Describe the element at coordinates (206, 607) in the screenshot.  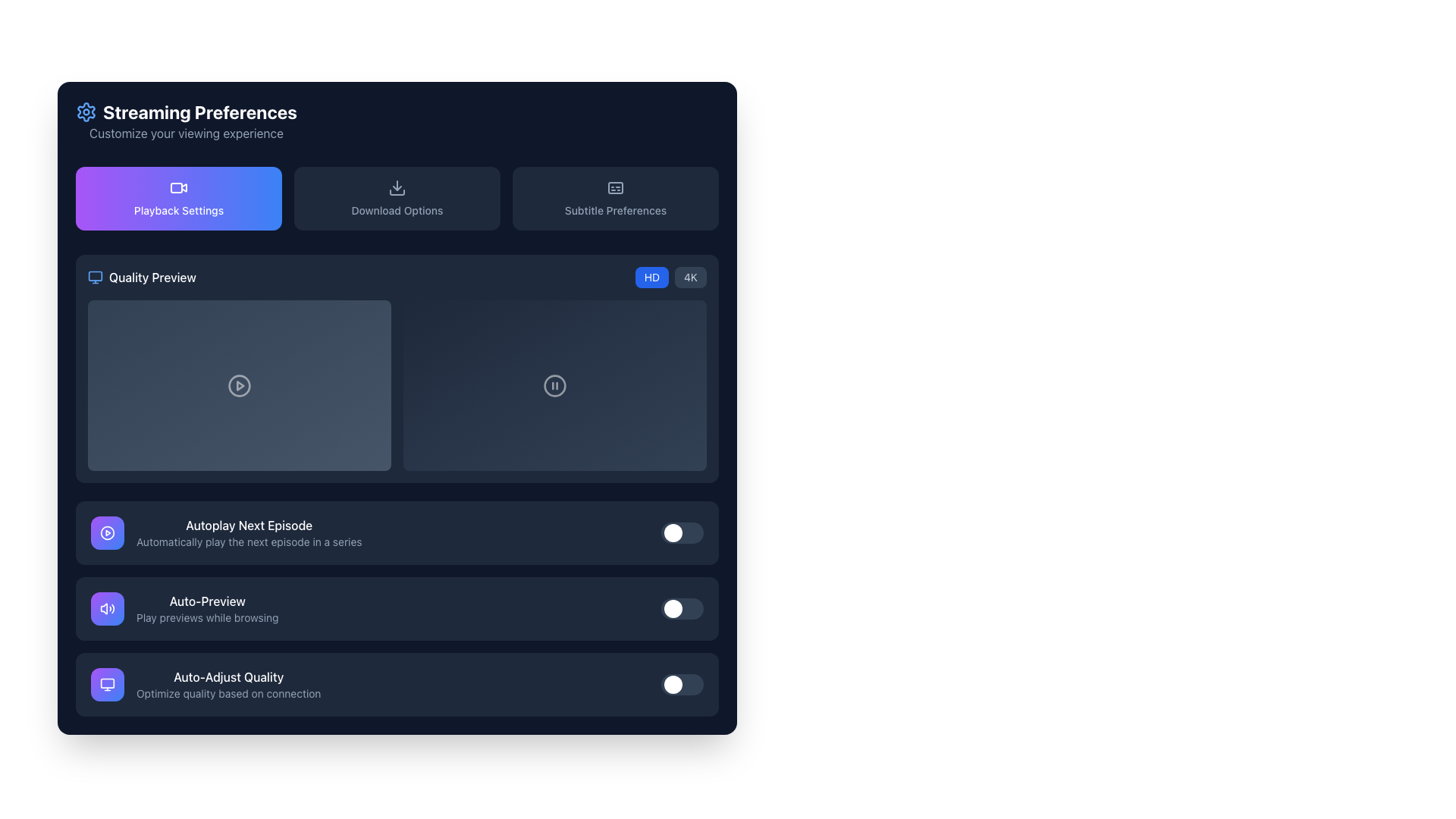
I see `descriptive text element that provides information about a setting related to previews, located between the 'Autoplay Next Episode' and 'Auto-Adjust Quality' settings in the settings menu` at that location.